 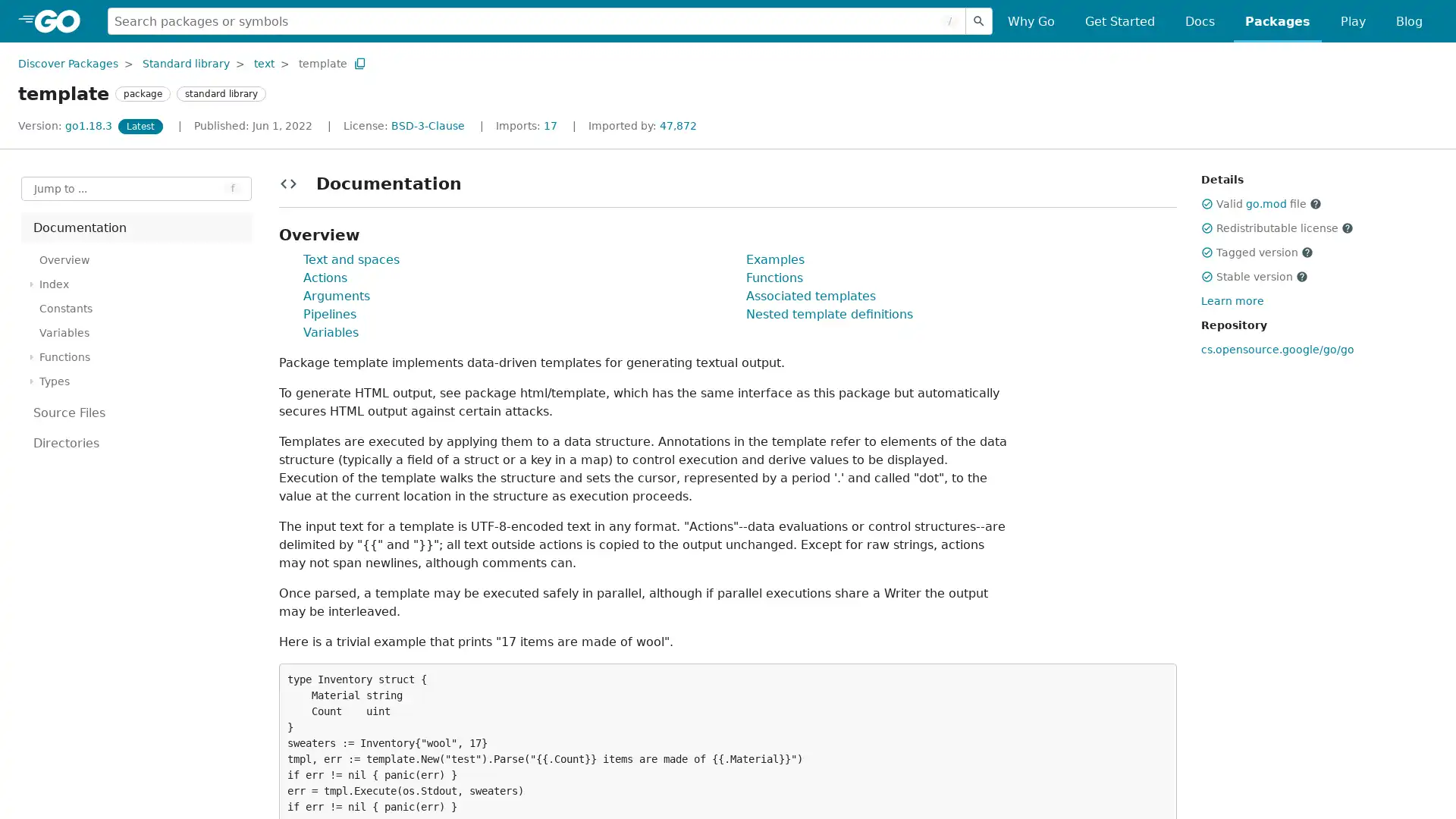 I want to click on Copy Path to Clipboard, so click(x=359, y=62).